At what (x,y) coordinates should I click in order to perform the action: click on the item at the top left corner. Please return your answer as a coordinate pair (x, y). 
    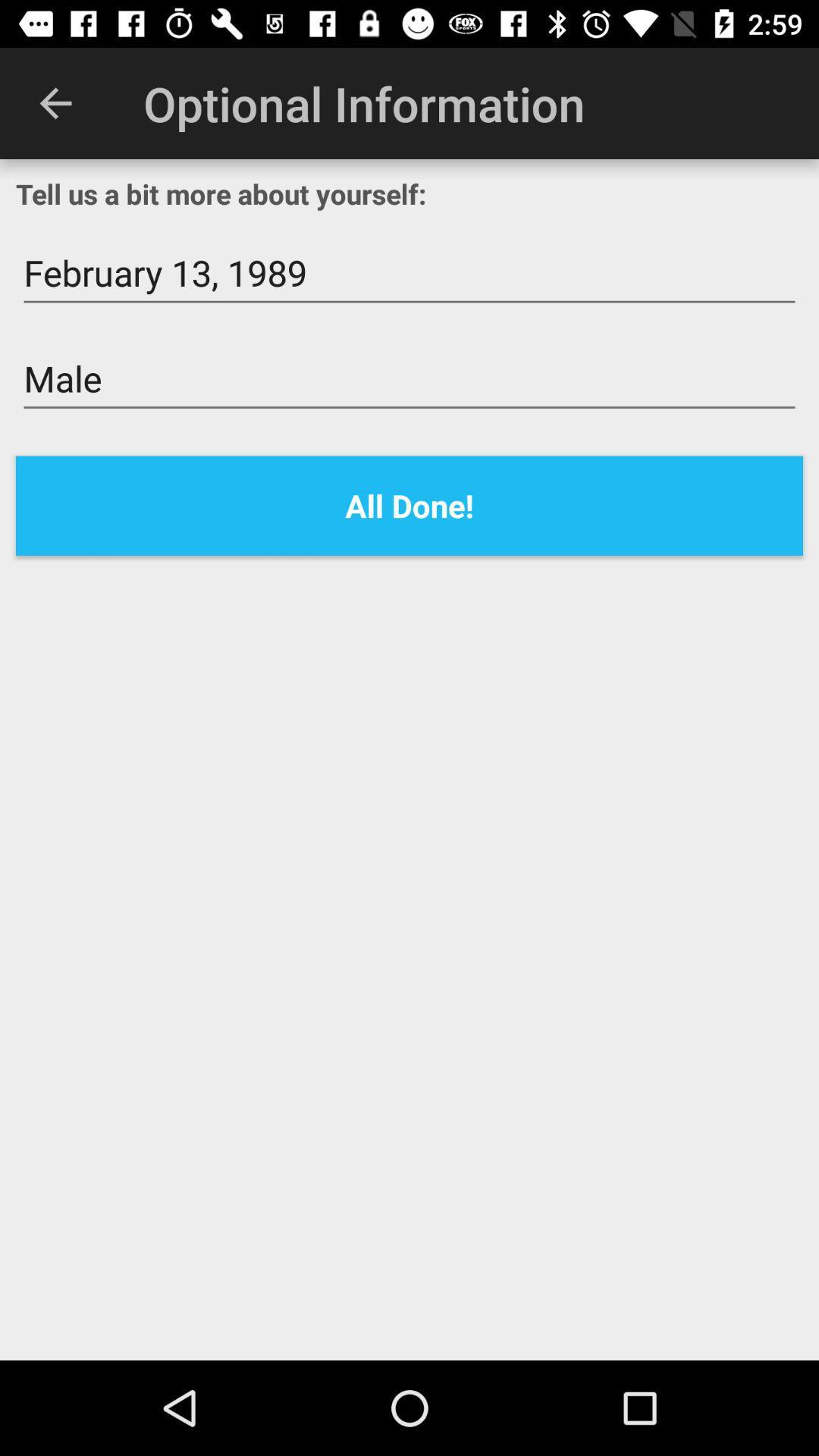
    Looking at the image, I should click on (55, 102).